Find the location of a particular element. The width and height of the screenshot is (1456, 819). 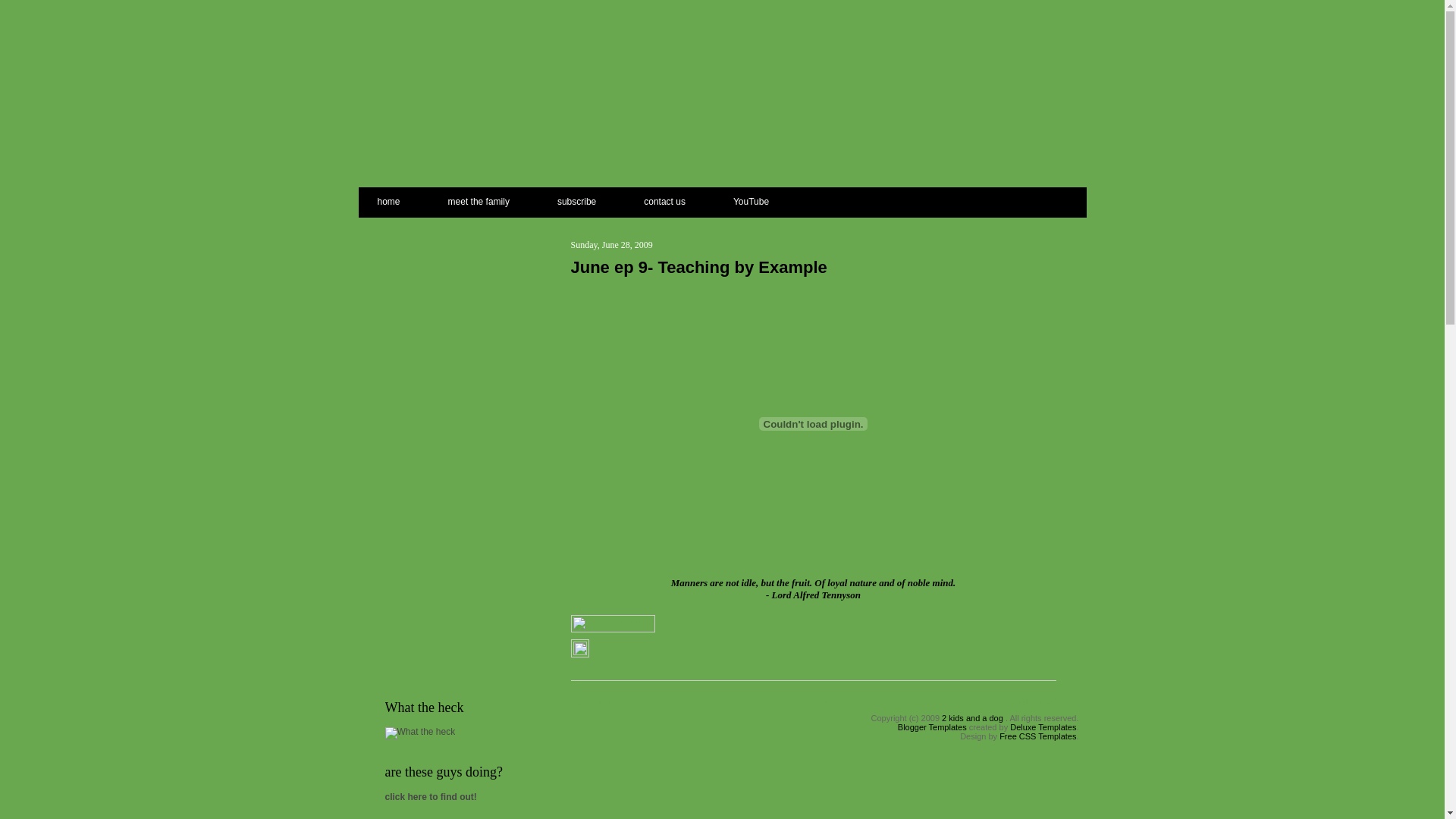

'Deluxe Templates' is located at coordinates (1042, 726).